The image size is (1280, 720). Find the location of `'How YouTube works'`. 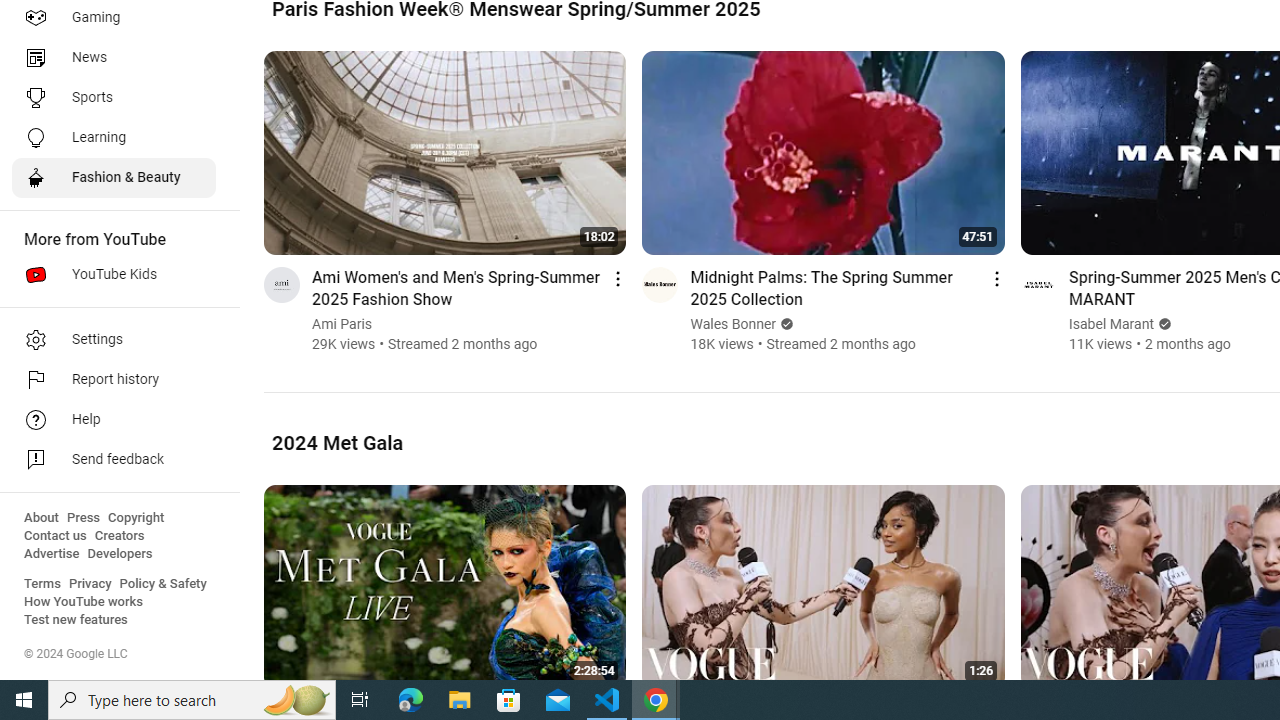

'How YouTube works' is located at coordinates (82, 601).